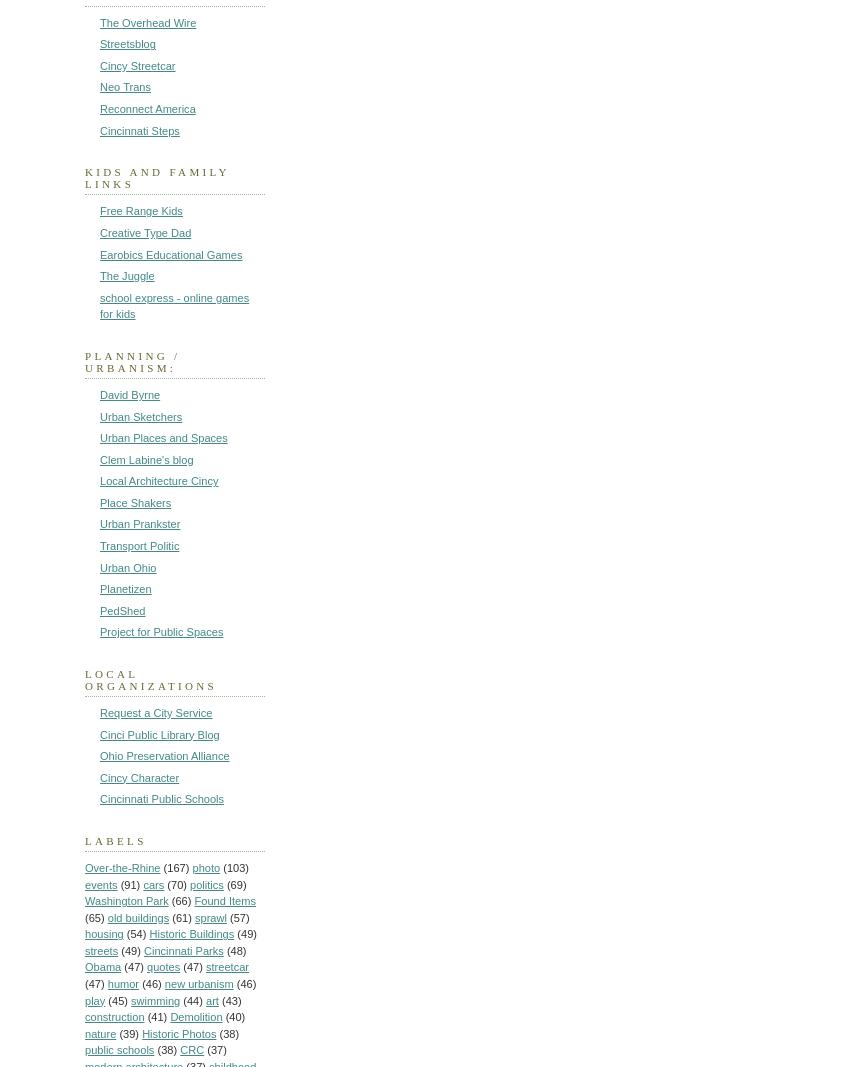 The width and height of the screenshot is (850, 1067). What do you see at coordinates (192, 900) in the screenshot?
I see `'Found Items'` at bounding box center [192, 900].